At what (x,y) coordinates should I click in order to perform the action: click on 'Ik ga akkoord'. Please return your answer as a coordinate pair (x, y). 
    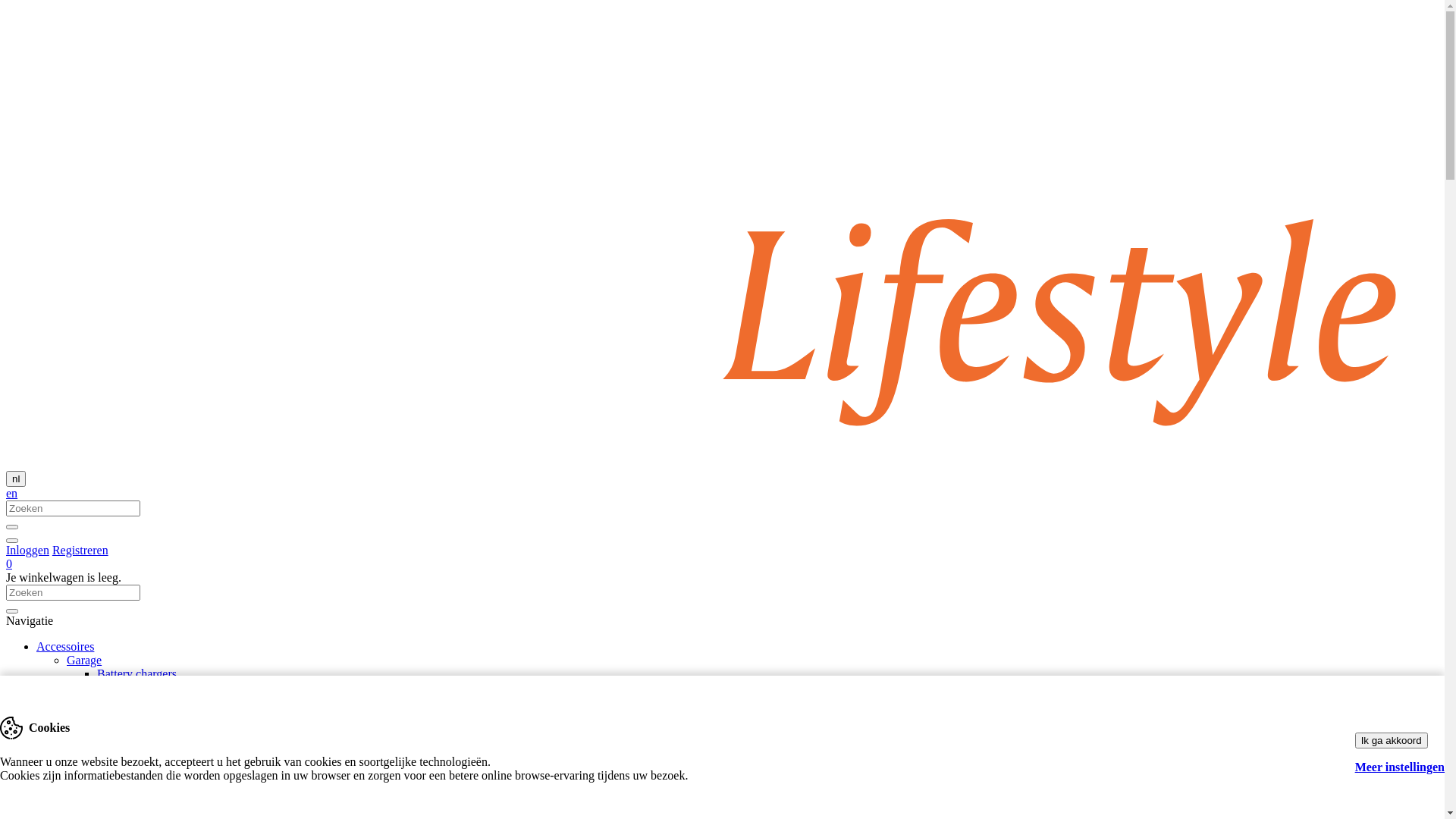
    Looking at the image, I should click on (1391, 739).